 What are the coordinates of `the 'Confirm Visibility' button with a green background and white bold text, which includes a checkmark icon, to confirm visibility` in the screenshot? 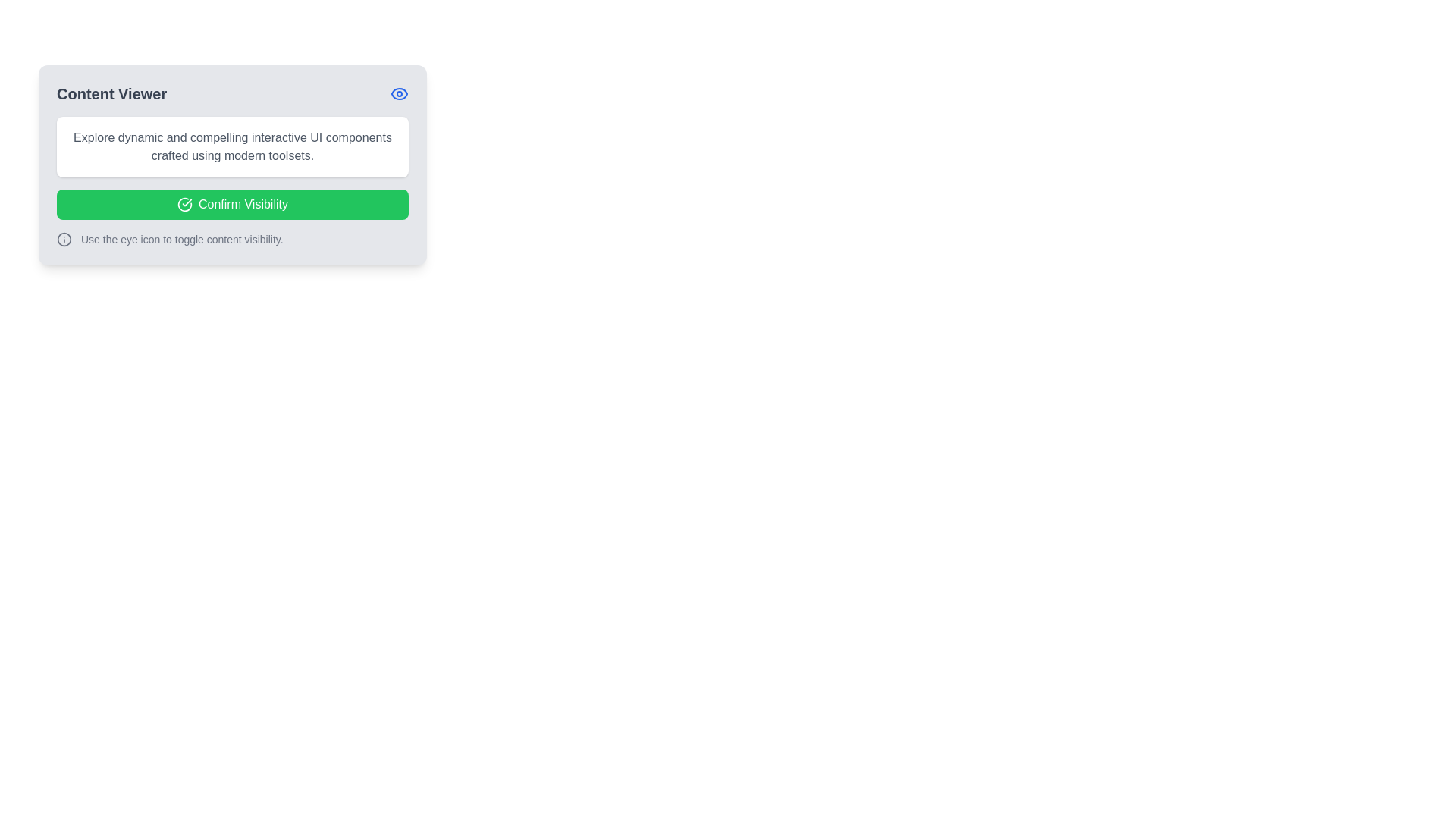 It's located at (232, 205).